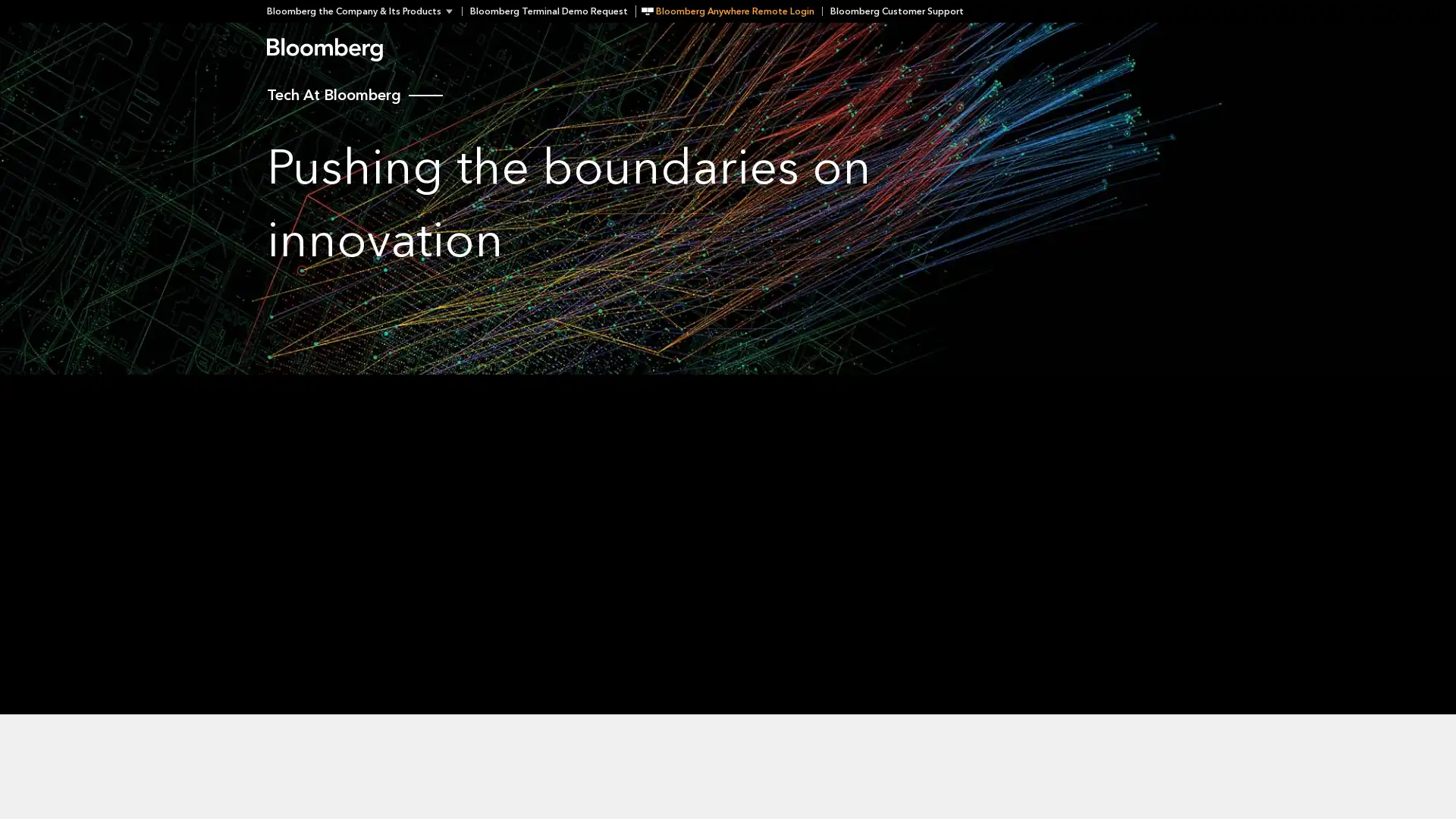 The height and width of the screenshot is (819, 1456). I want to click on Bloomberg the Company & Its Products, so click(364, 11).